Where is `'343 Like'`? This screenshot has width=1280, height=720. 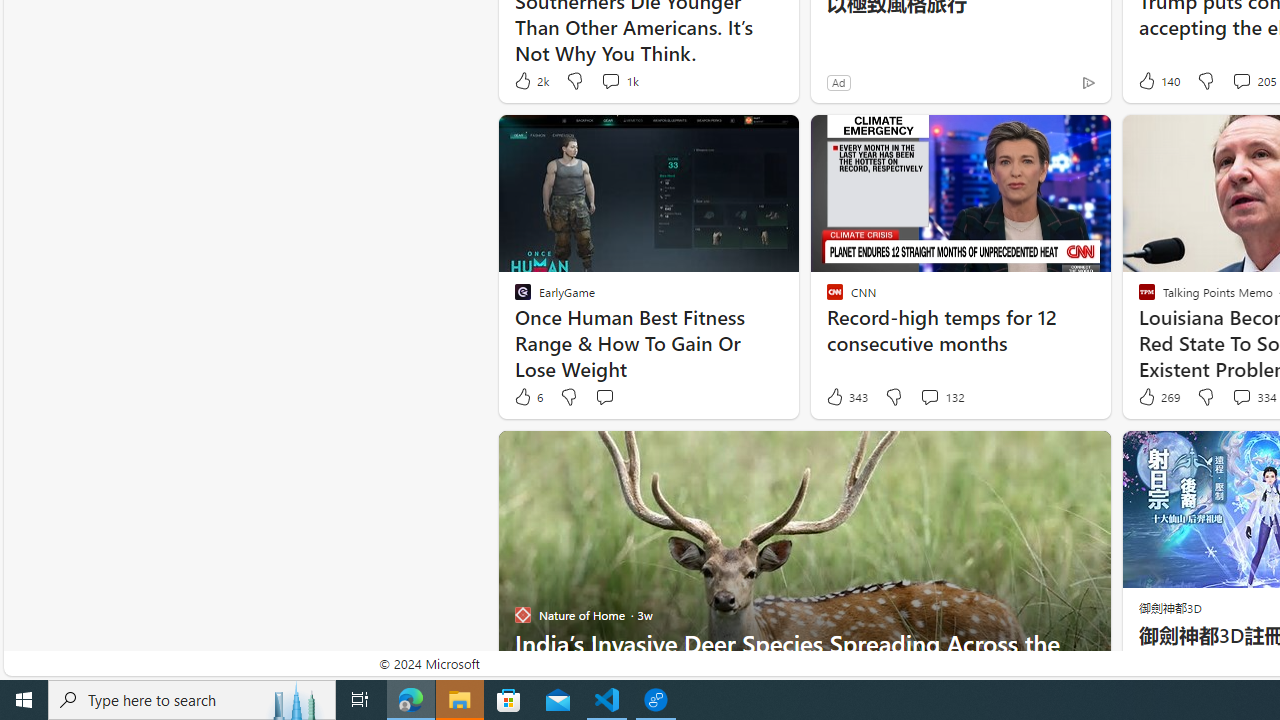 '343 Like' is located at coordinates (846, 397).